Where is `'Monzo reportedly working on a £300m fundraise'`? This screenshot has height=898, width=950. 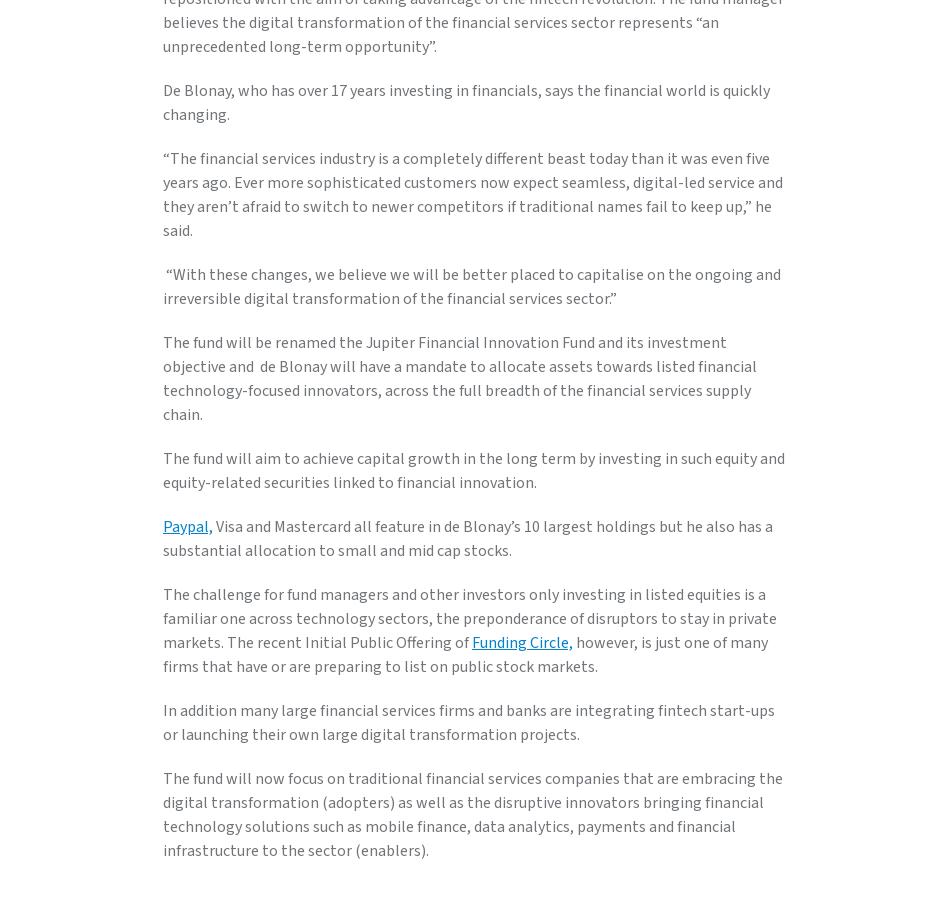
'Monzo reportedly working on a £300m fundraise' is located at coordinates (349, 88).